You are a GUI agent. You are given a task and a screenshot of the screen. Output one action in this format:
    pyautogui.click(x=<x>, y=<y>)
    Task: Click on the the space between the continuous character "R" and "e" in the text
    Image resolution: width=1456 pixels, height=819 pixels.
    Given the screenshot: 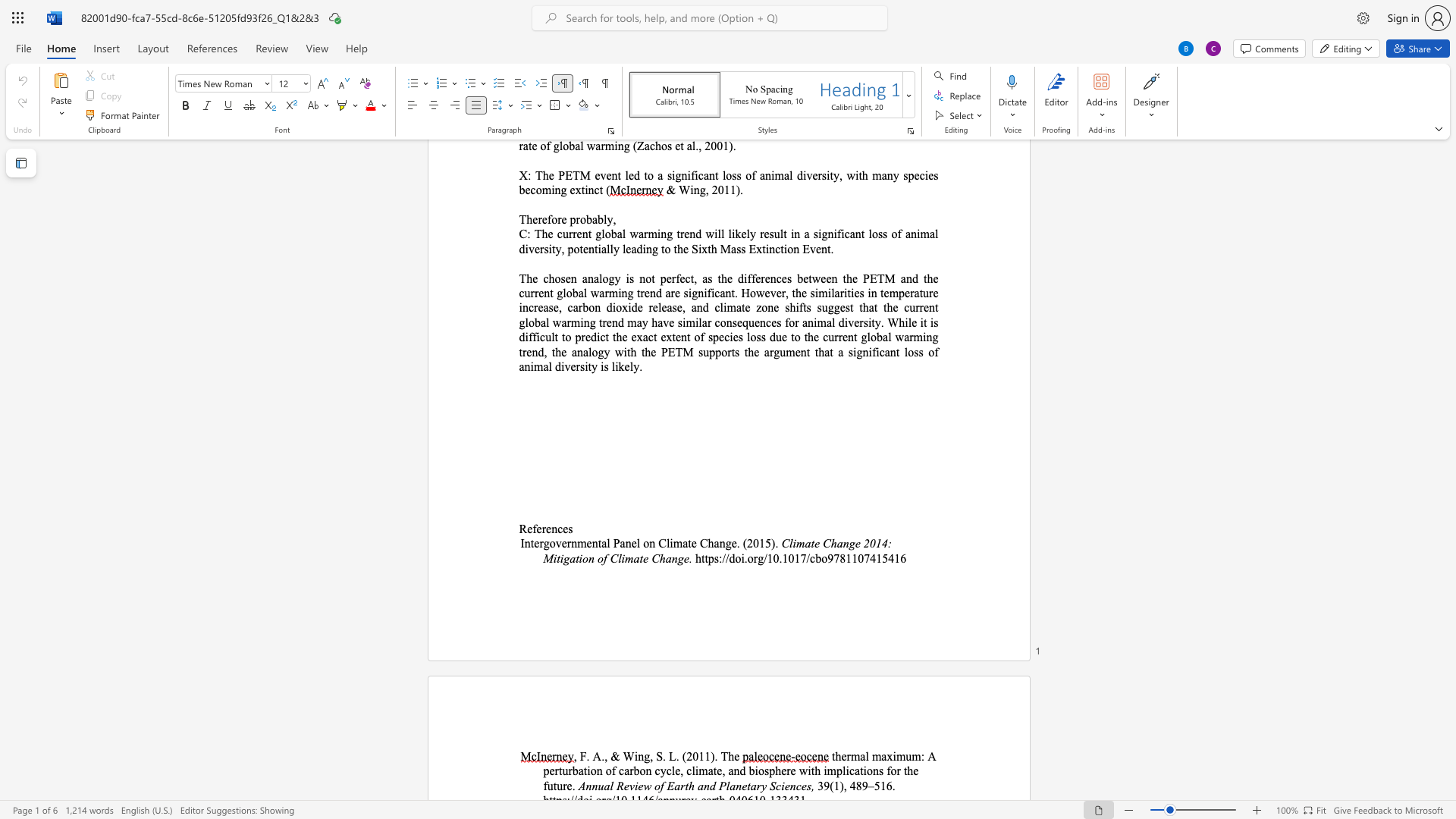 What is the action you would take?
    pyautogui.click(x=526, y=528)
    